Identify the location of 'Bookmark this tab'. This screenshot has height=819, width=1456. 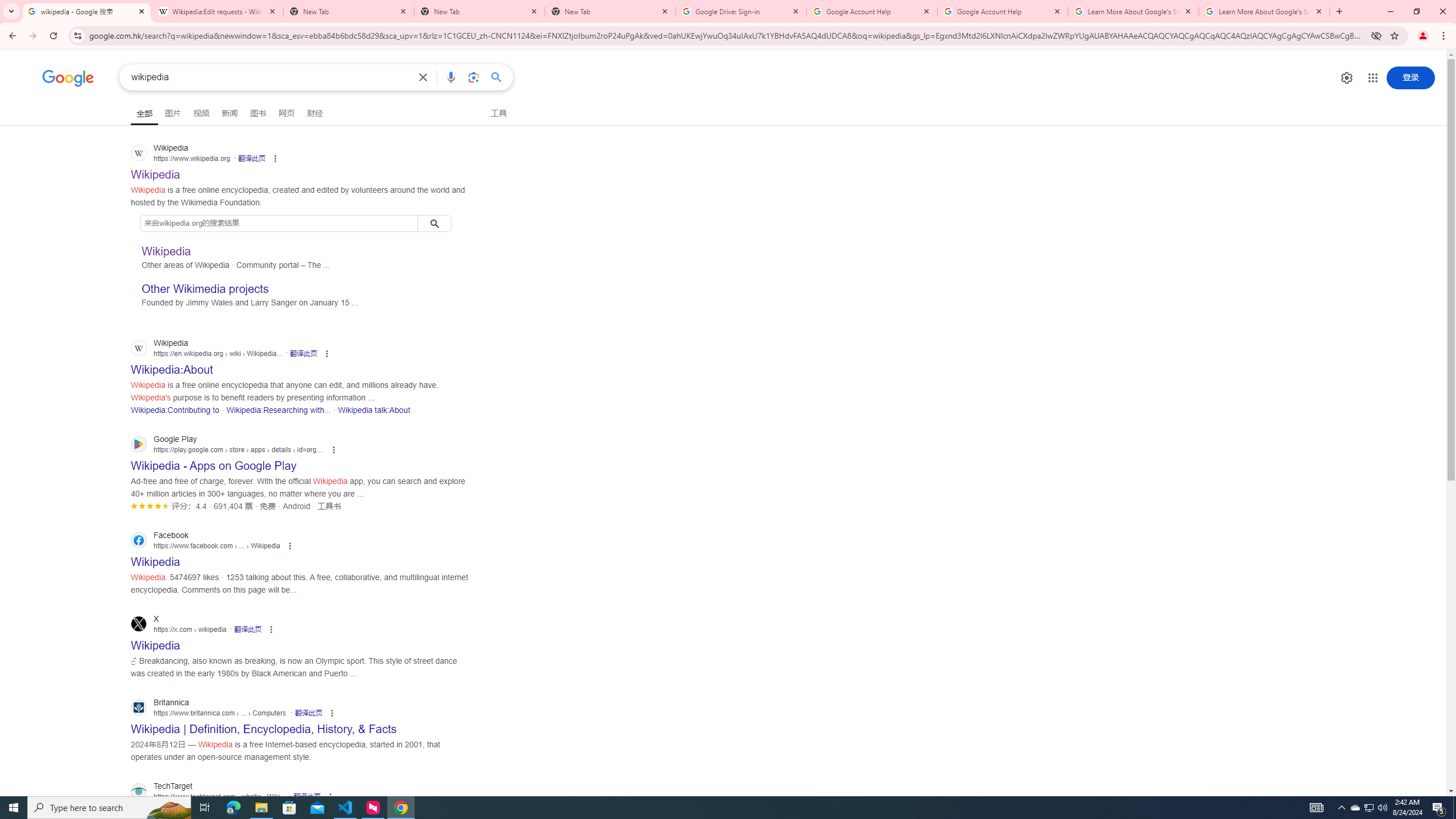
(1393, 35).